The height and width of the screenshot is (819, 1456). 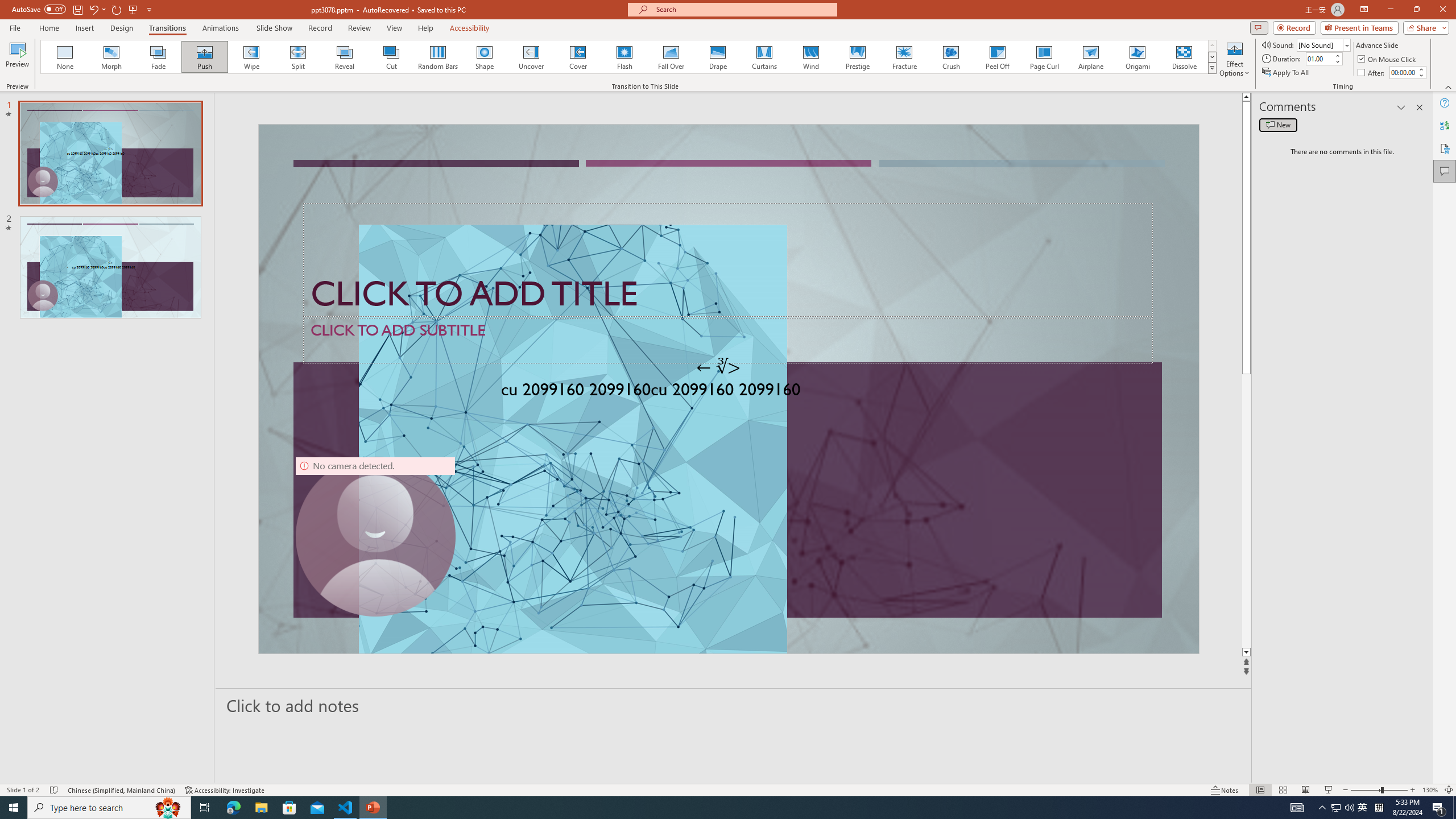 I want to click on 'After', so click(x=1372, y=72).